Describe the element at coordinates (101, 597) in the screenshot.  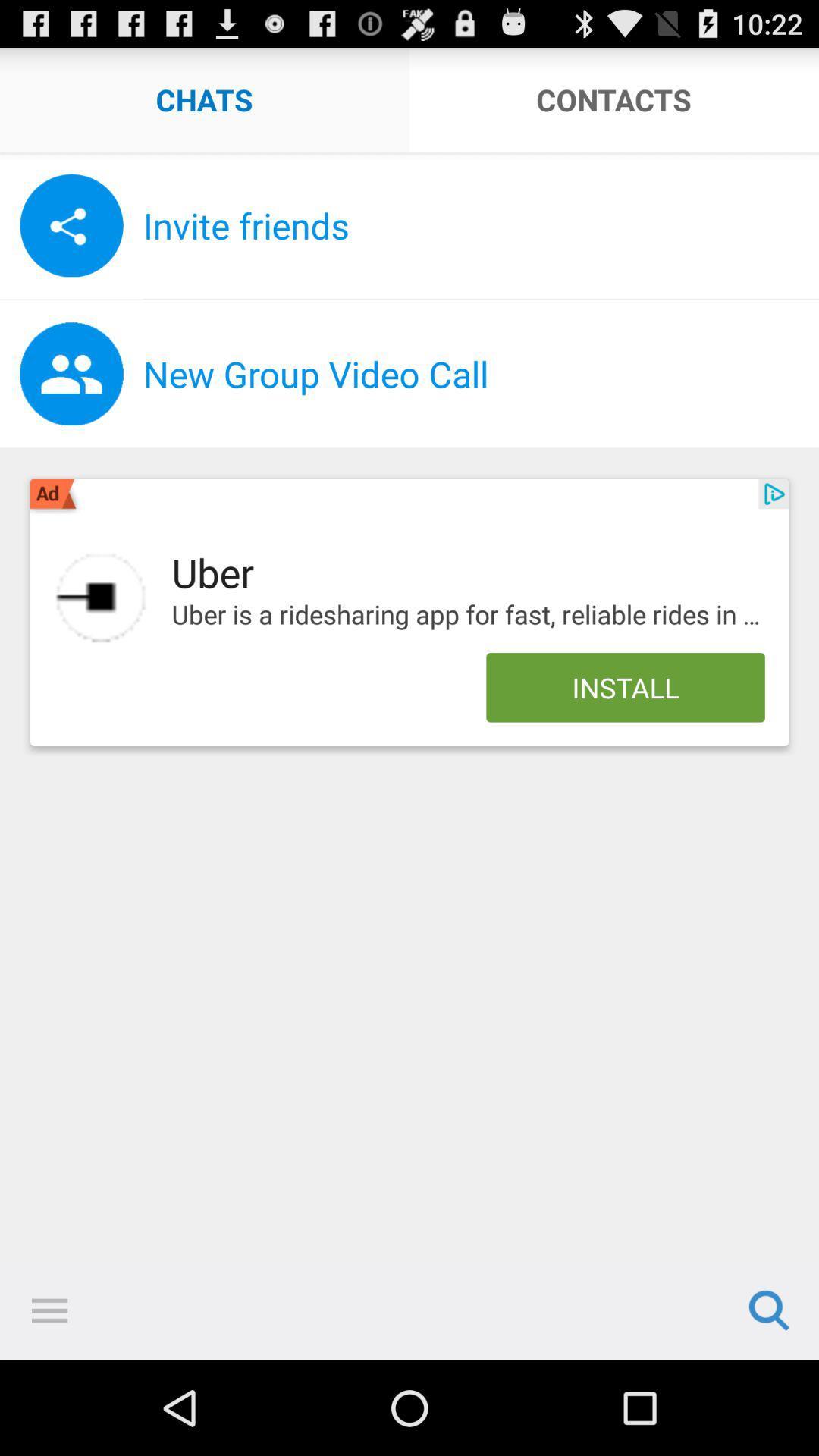
I see `the icon to the left of the uber item` at that location.